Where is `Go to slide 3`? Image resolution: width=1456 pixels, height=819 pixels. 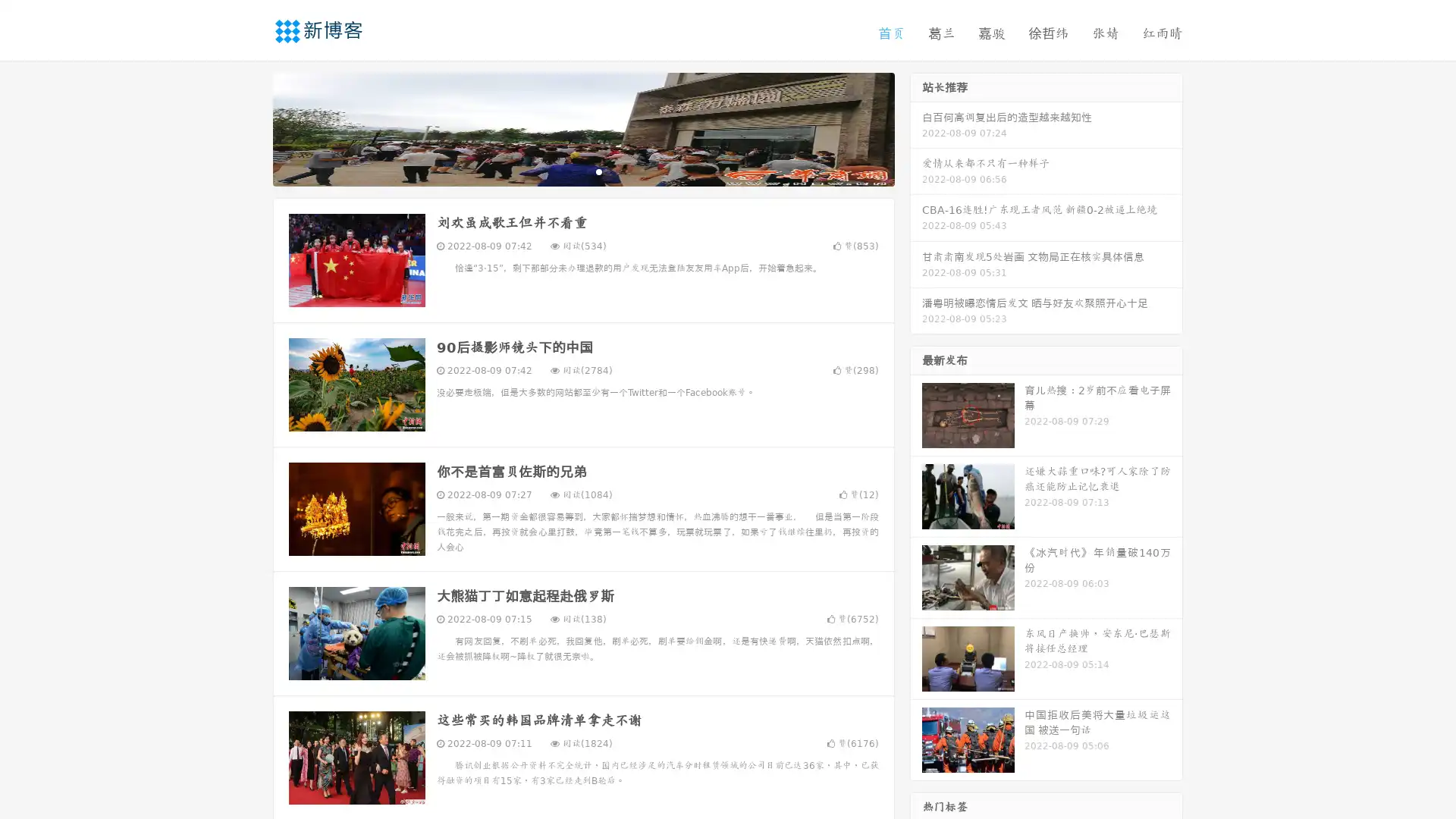 Go to slide 3 is located at coordinates (598, 171).